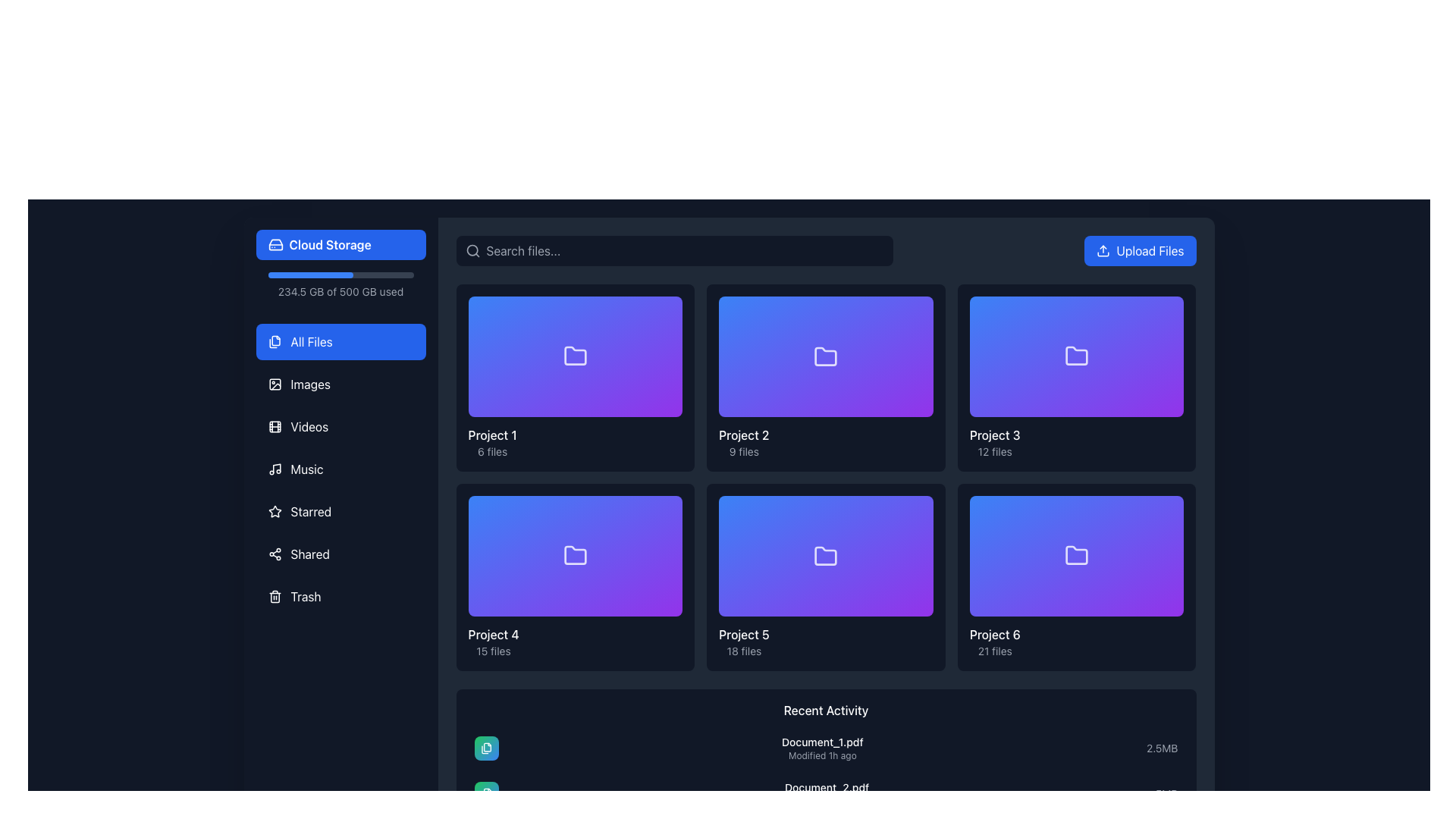 The height and width of the screenshot is (819, 1456). I want to click on the label element displaying 'Project 6' with the note '21 files', located in the second row and third column of the folder grid, so click(995, 642).